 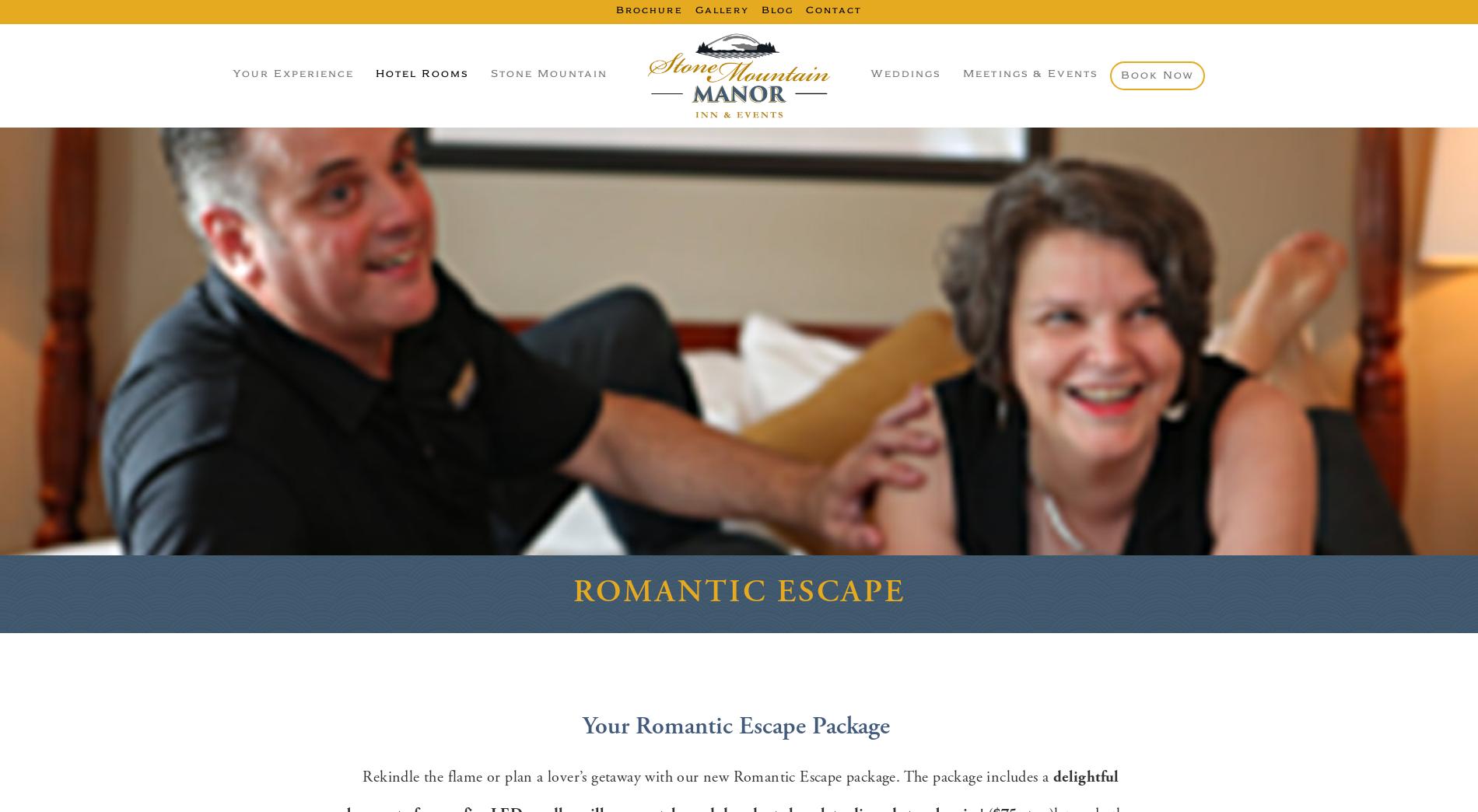 I want to click on 'Gallery', so click(x=721, y=9).